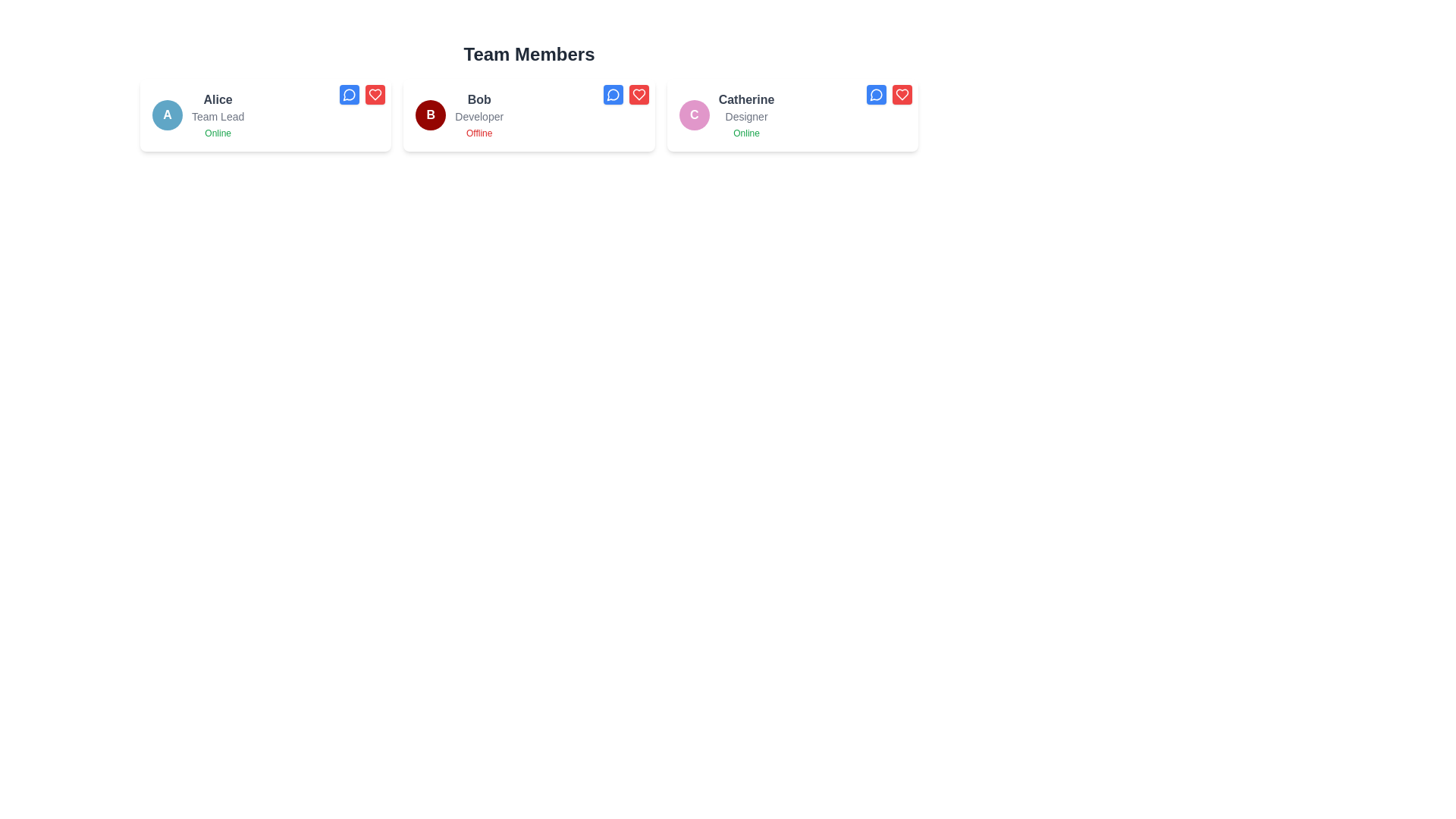  I want to click on the red square button with a white heart icon located at the top-right corner of the 'Catherine Designer' card, so click(902, 94).